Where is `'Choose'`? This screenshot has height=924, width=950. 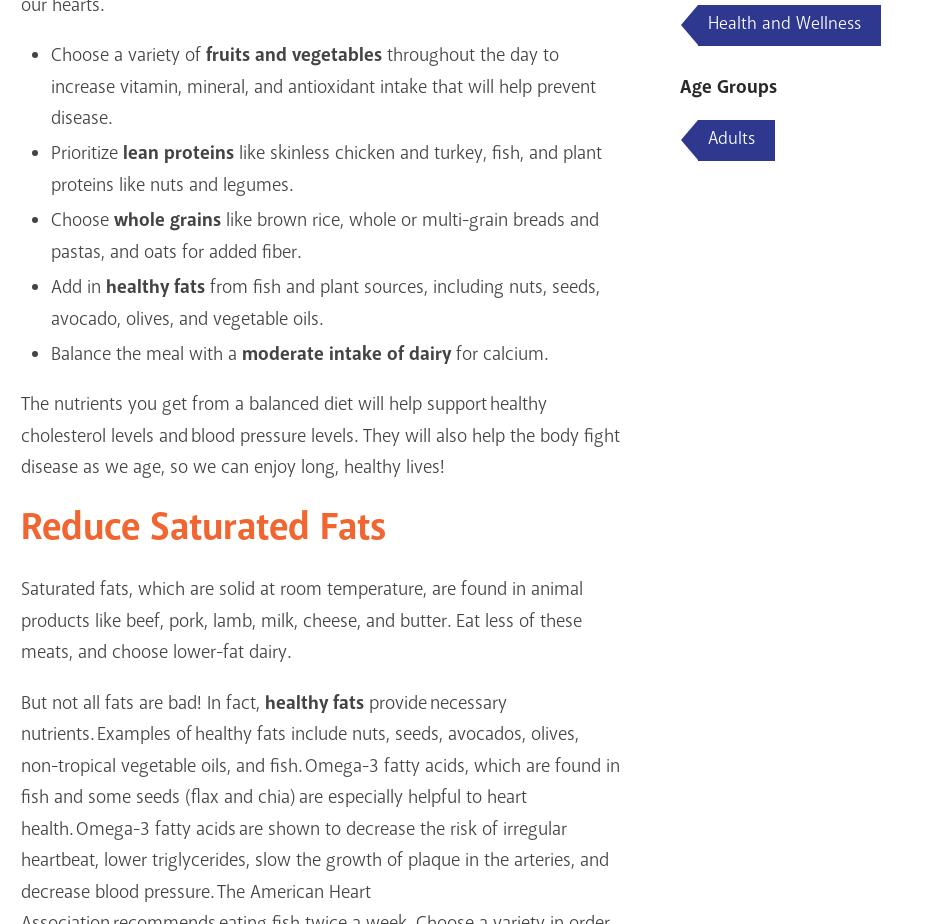
'Choose' is located at coordinates (49, 220).